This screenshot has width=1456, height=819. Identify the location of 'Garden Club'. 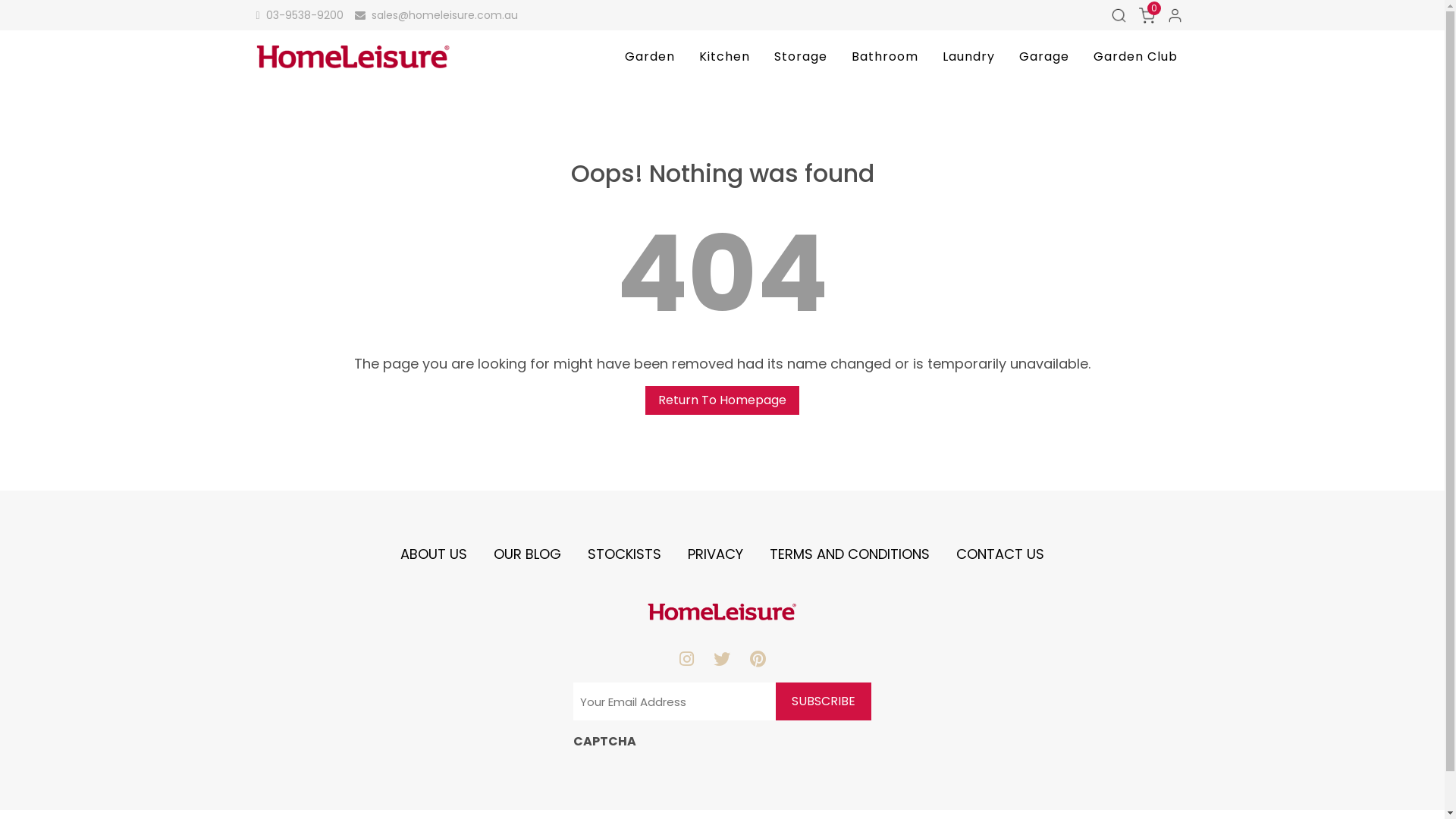
(1135, 55).